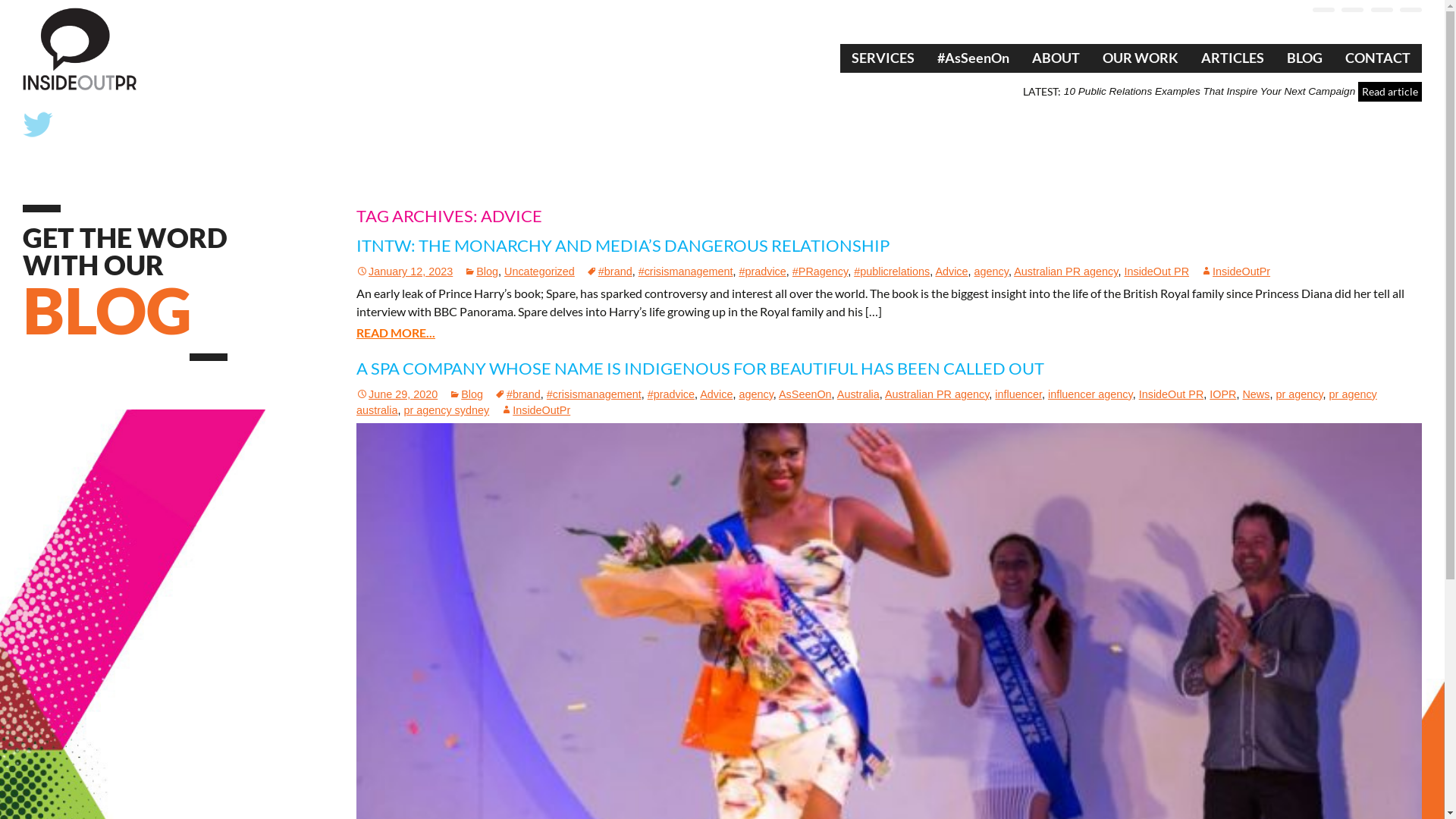 The width and height of the screenshot is (1456, 819). Describe the element at coordinates (715, 394) in the screenshot. I see `'Advice'` at that location.